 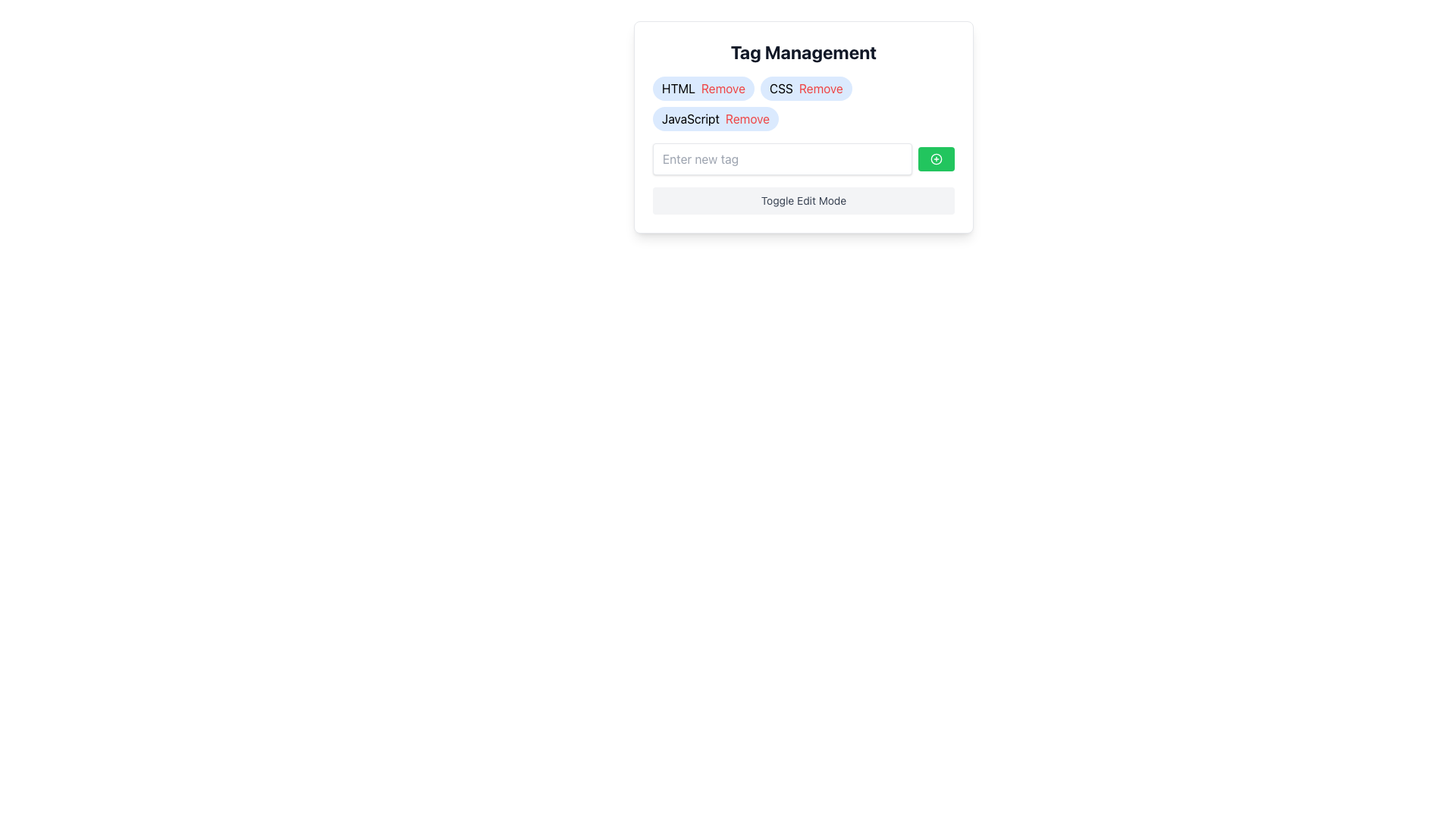 I want to click on the 'Remove' button with red text located to the right of 'CSS' in the tag management section to observe any hover effects, so click(x=820, y=88).